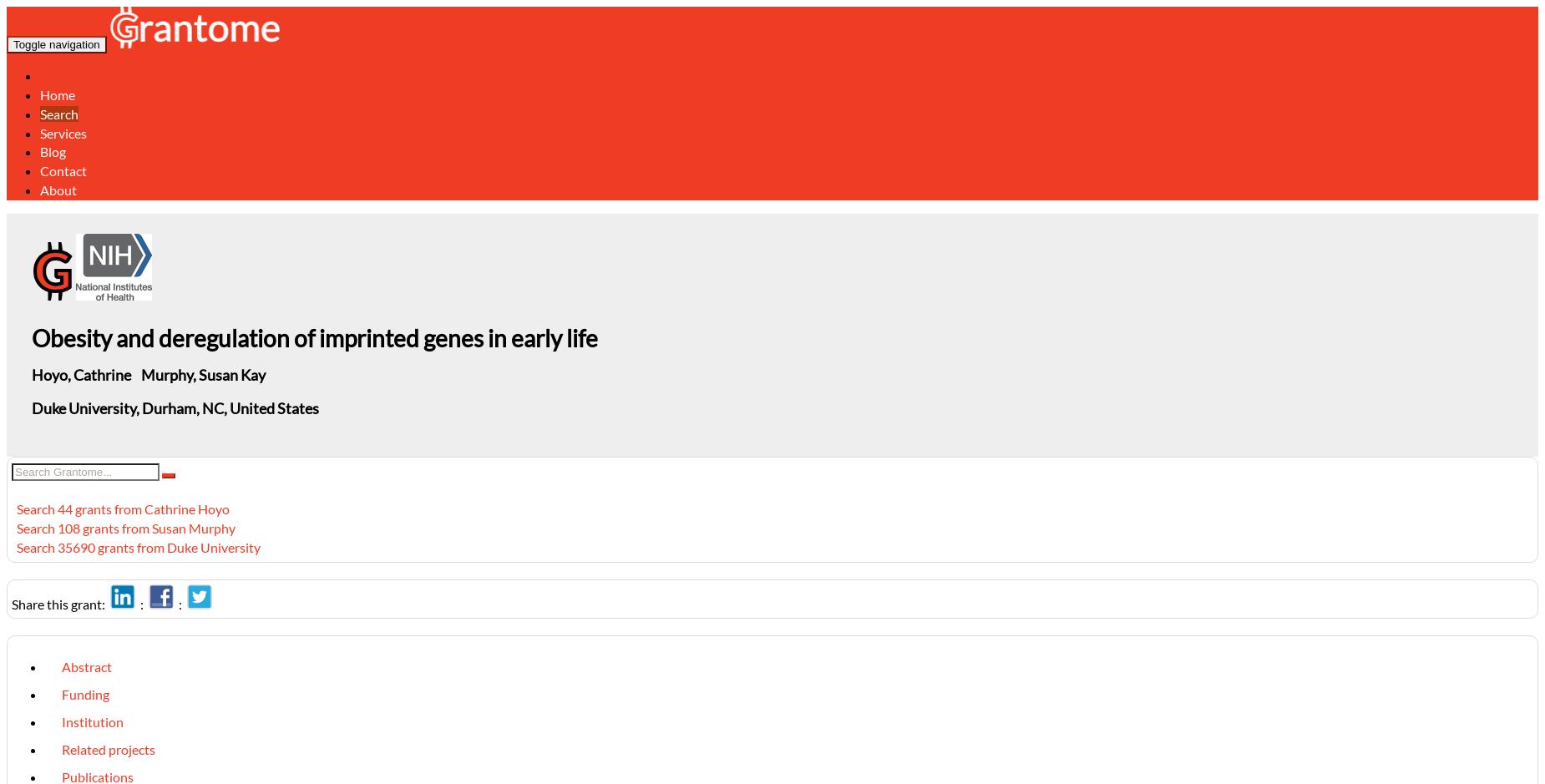 The height and width of the screenshot is (784, 1545). What do you see at coordinates (52, 151) in the screenshot?
I see `'Blog'` at bounding box center [52, 151].